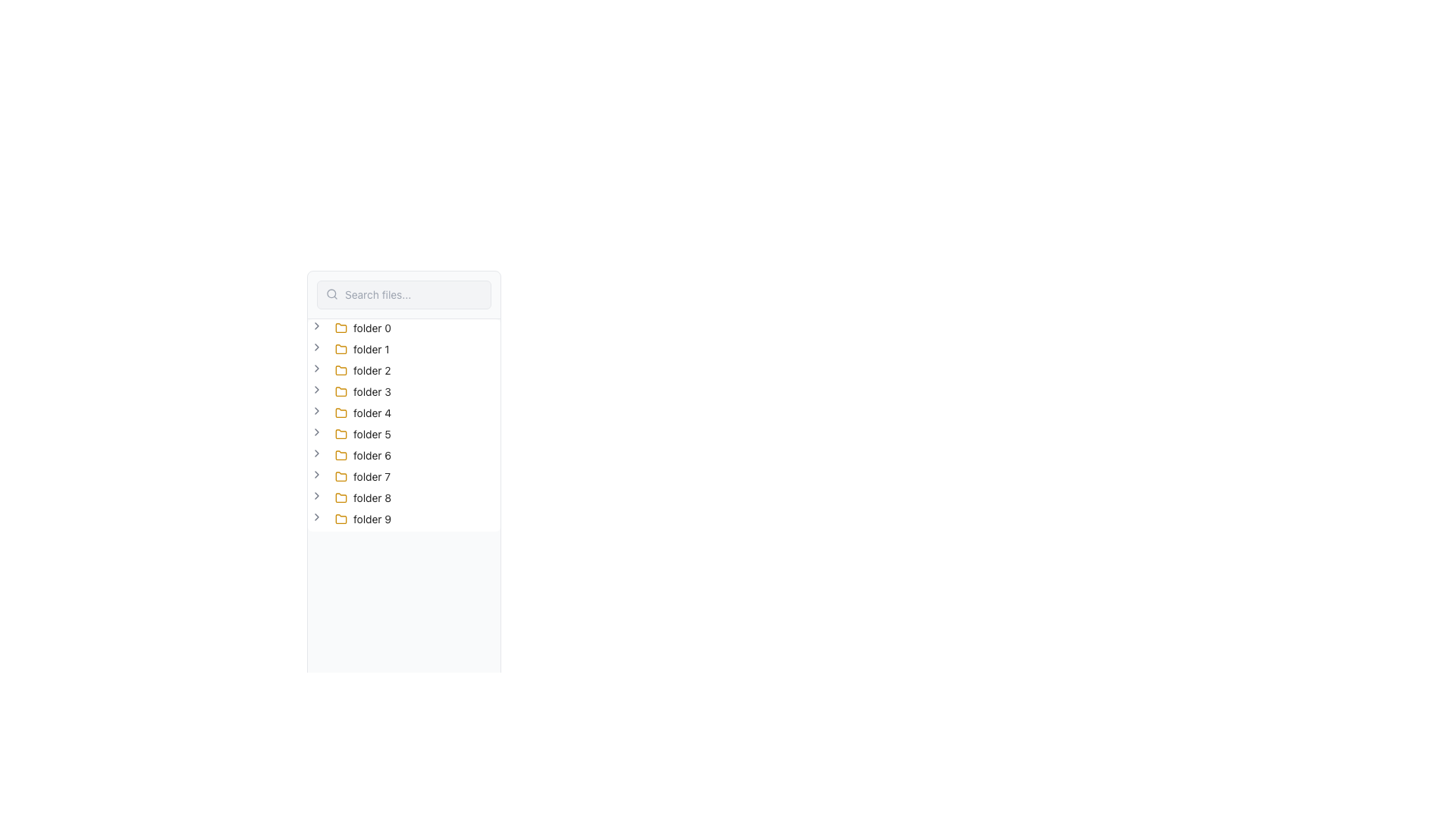 This screenshot has height=819, width=1456. I want to click on the small yellow outlined folder icon located next to the label 'folder 4' in the vertical list of folders, so click(340, 413).